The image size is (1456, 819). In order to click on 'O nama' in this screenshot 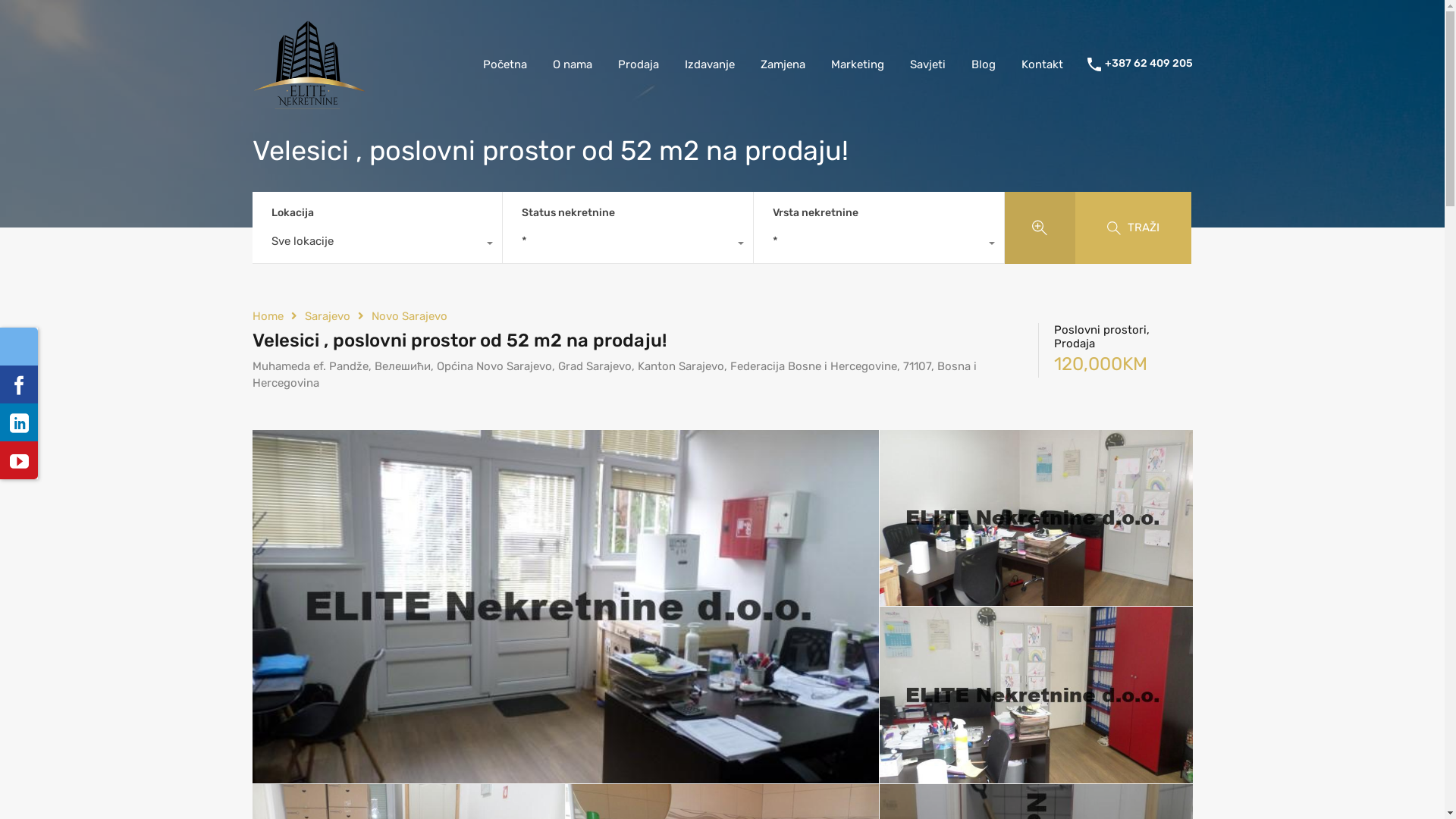, I will do `click(571, 63)`.